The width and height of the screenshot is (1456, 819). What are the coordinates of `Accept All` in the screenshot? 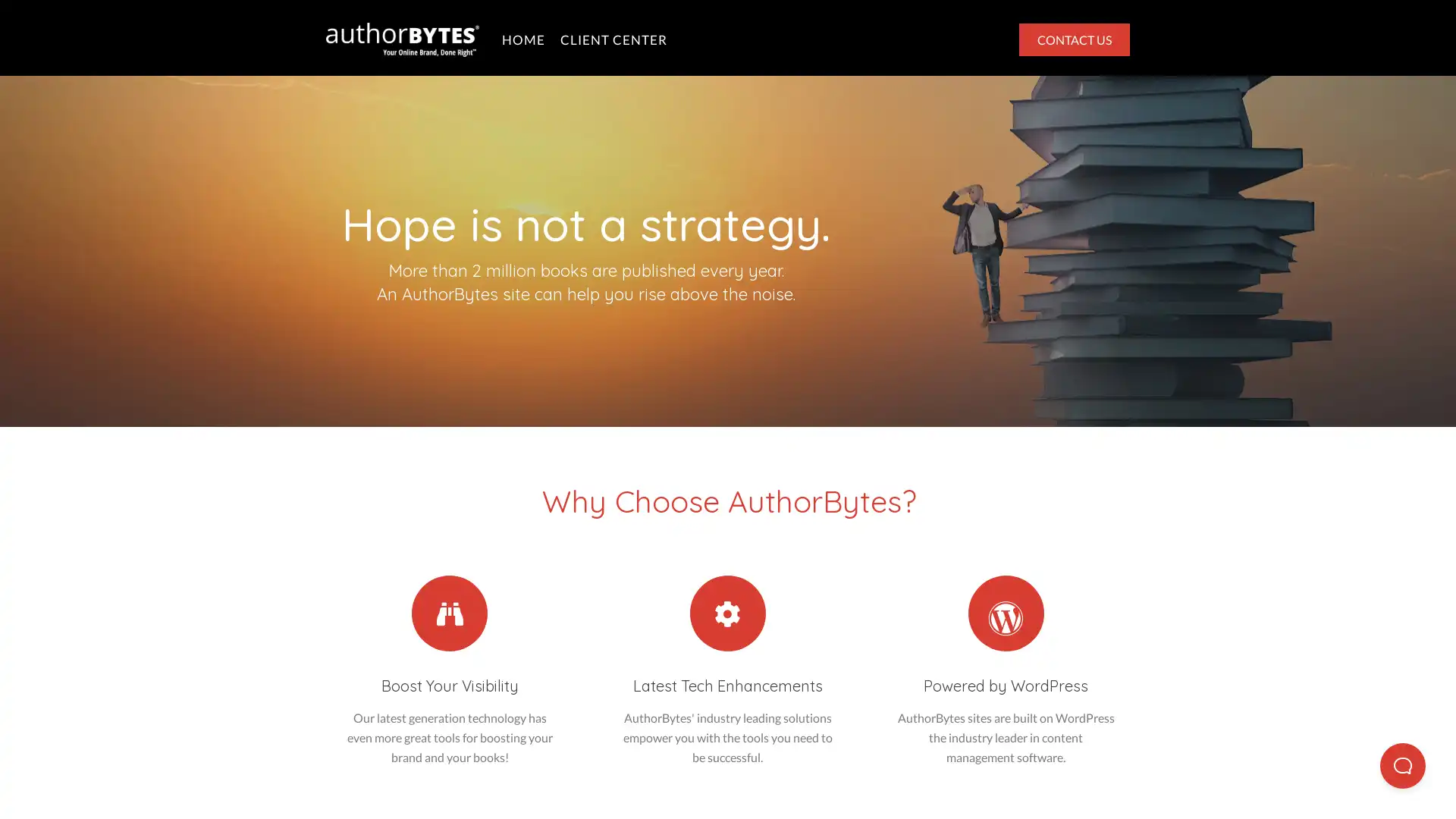 It's located at (1291, 785).